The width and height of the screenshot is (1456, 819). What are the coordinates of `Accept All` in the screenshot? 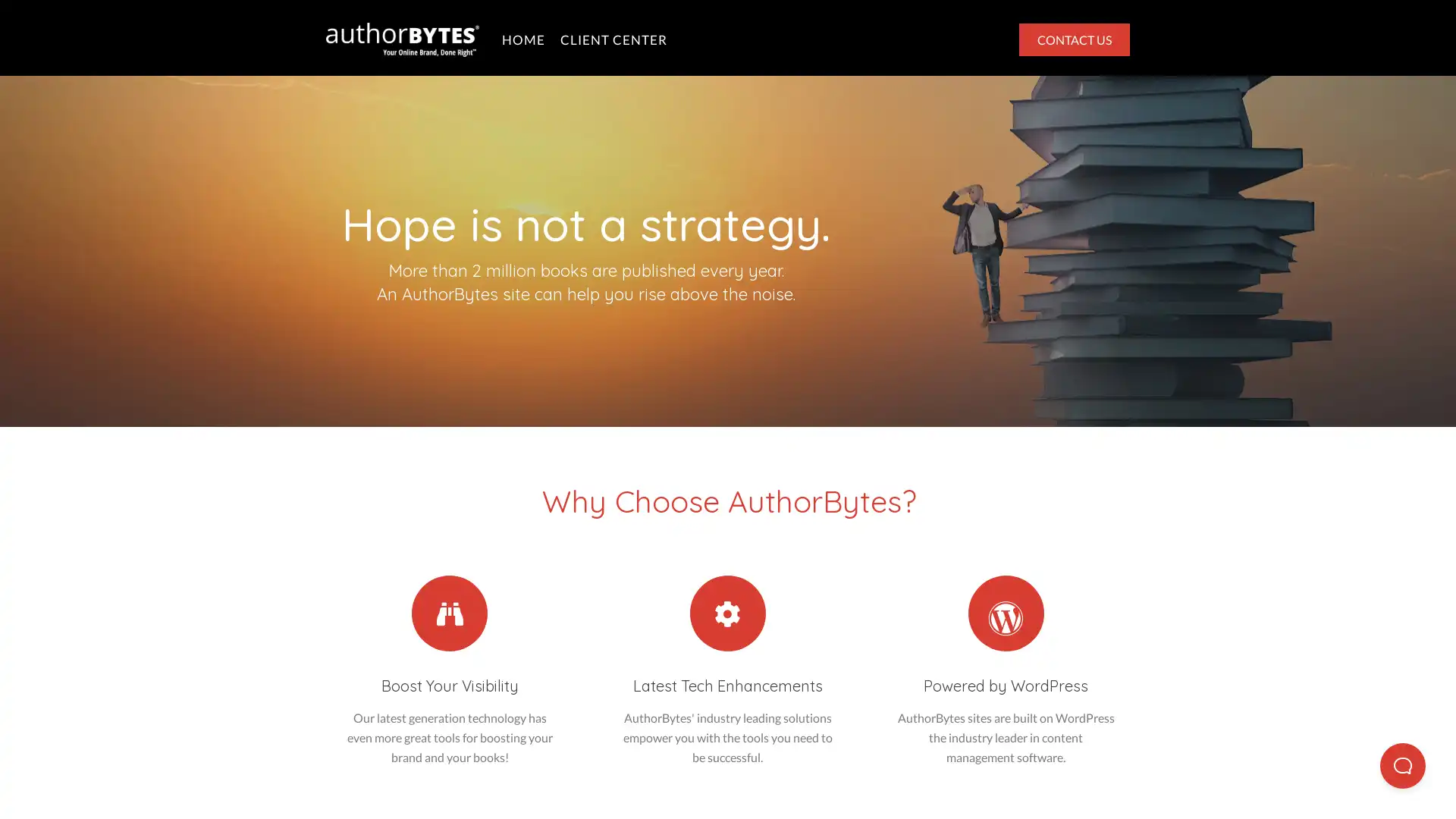 It's located at (1291, 785).